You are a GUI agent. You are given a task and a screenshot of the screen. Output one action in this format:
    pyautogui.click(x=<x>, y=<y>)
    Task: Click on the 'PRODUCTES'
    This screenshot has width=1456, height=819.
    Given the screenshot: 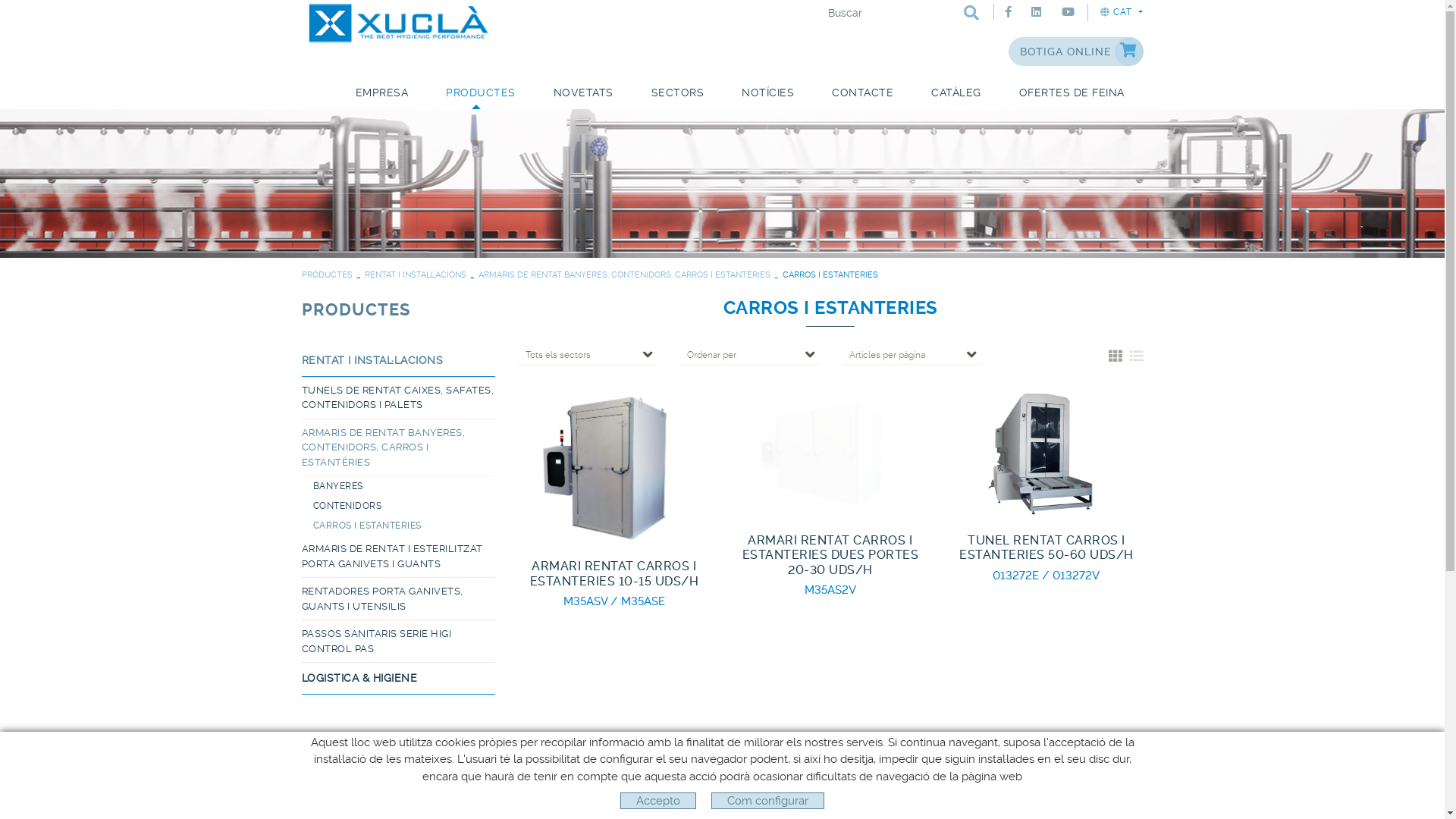 What is the action you would take?
    pyautogui.click(x=302, y=309)
    